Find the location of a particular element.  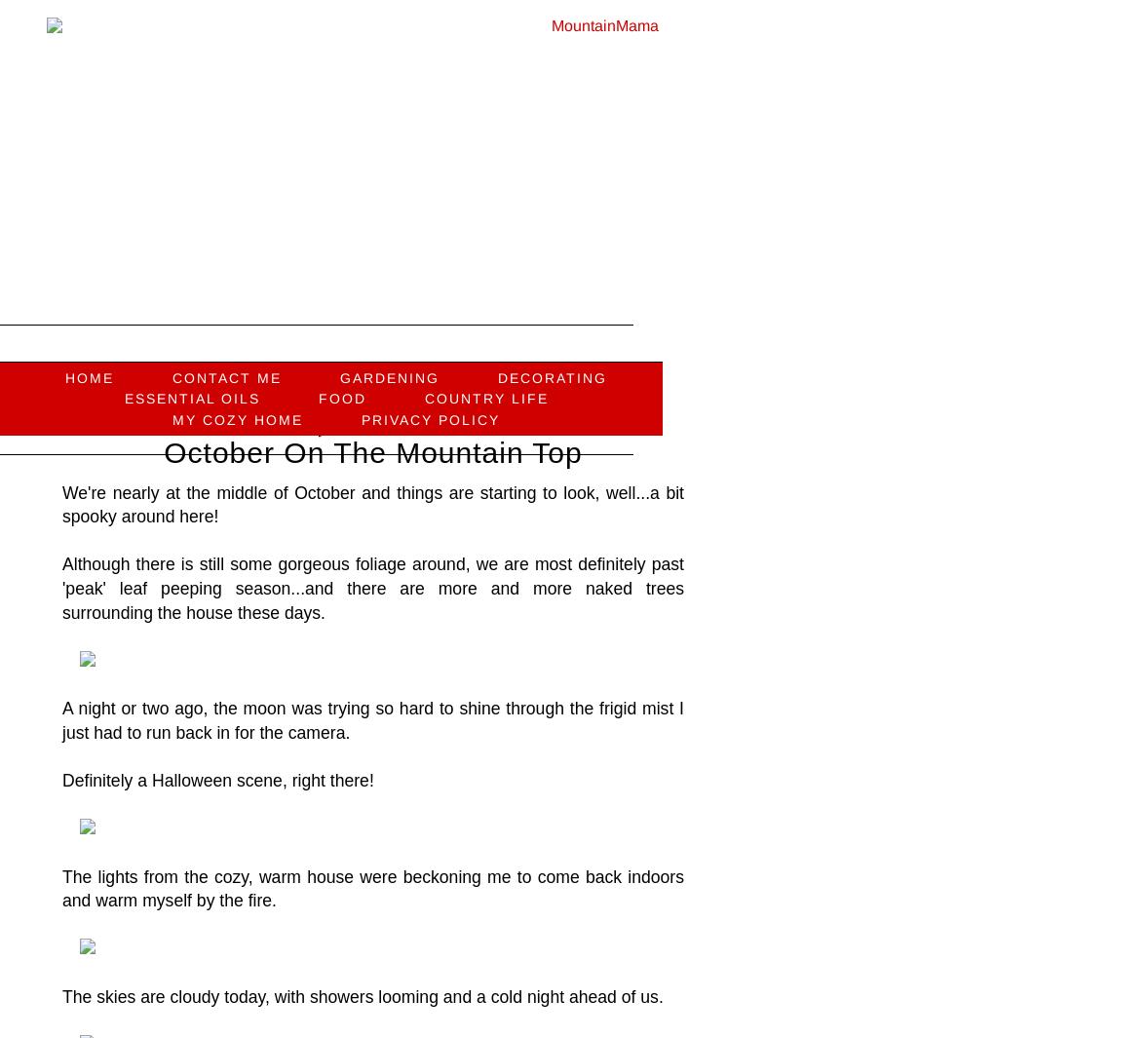

'Definitely a Halloween scene, right there!' is located at coordinates (216, 780).